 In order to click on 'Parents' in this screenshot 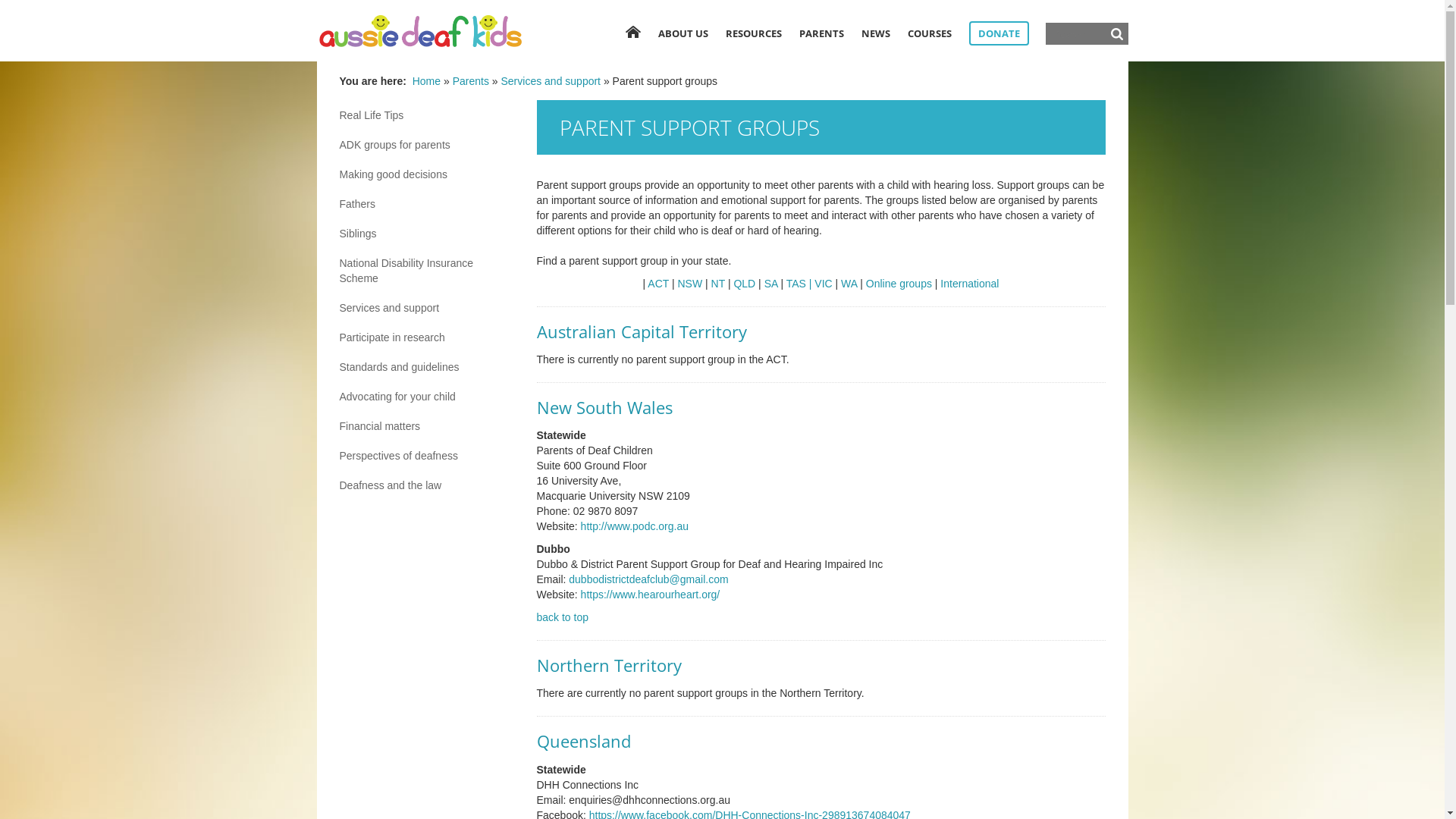, I will do `click(469, 81)`.